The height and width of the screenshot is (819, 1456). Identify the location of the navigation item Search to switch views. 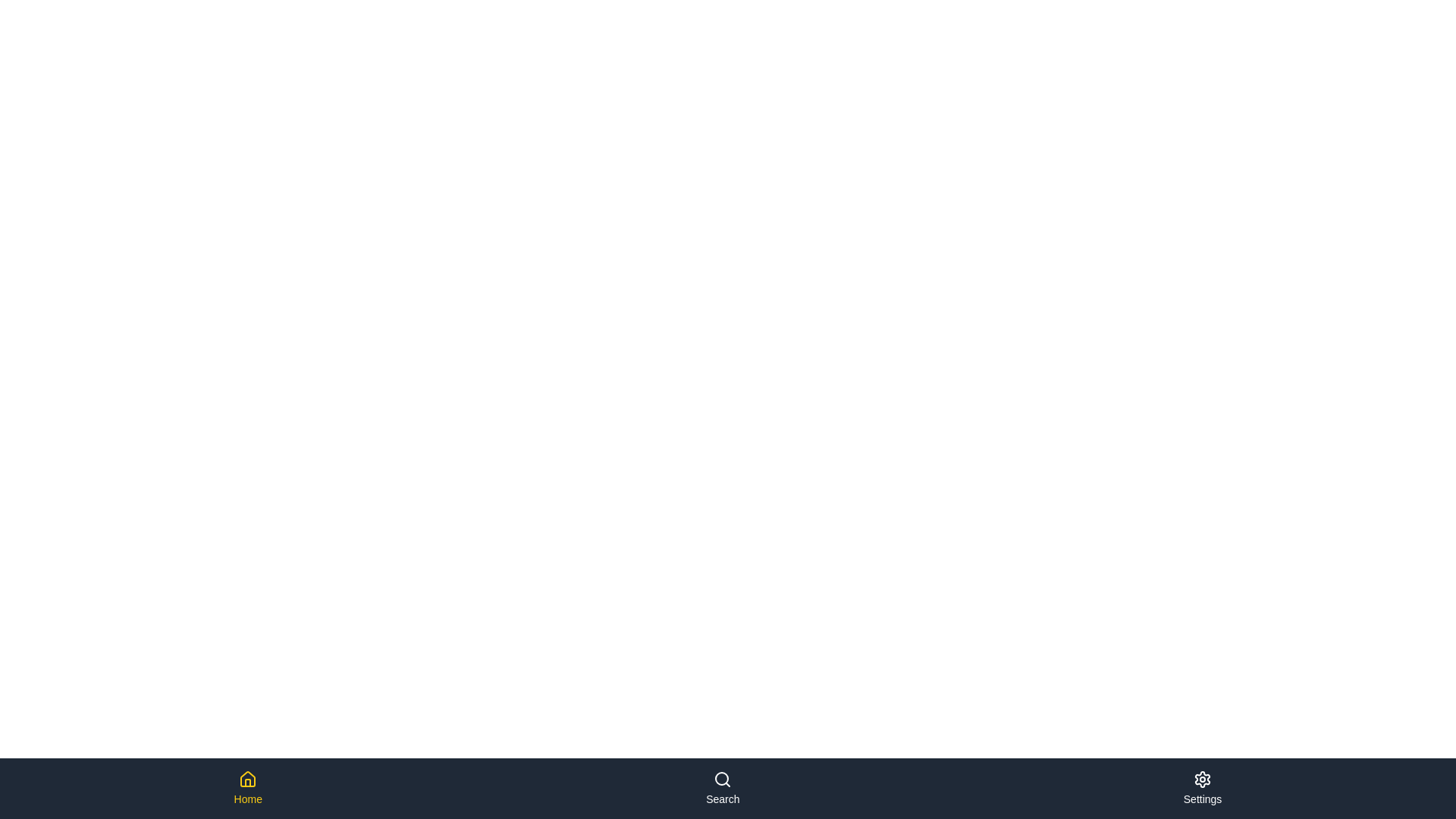
(722, 788).